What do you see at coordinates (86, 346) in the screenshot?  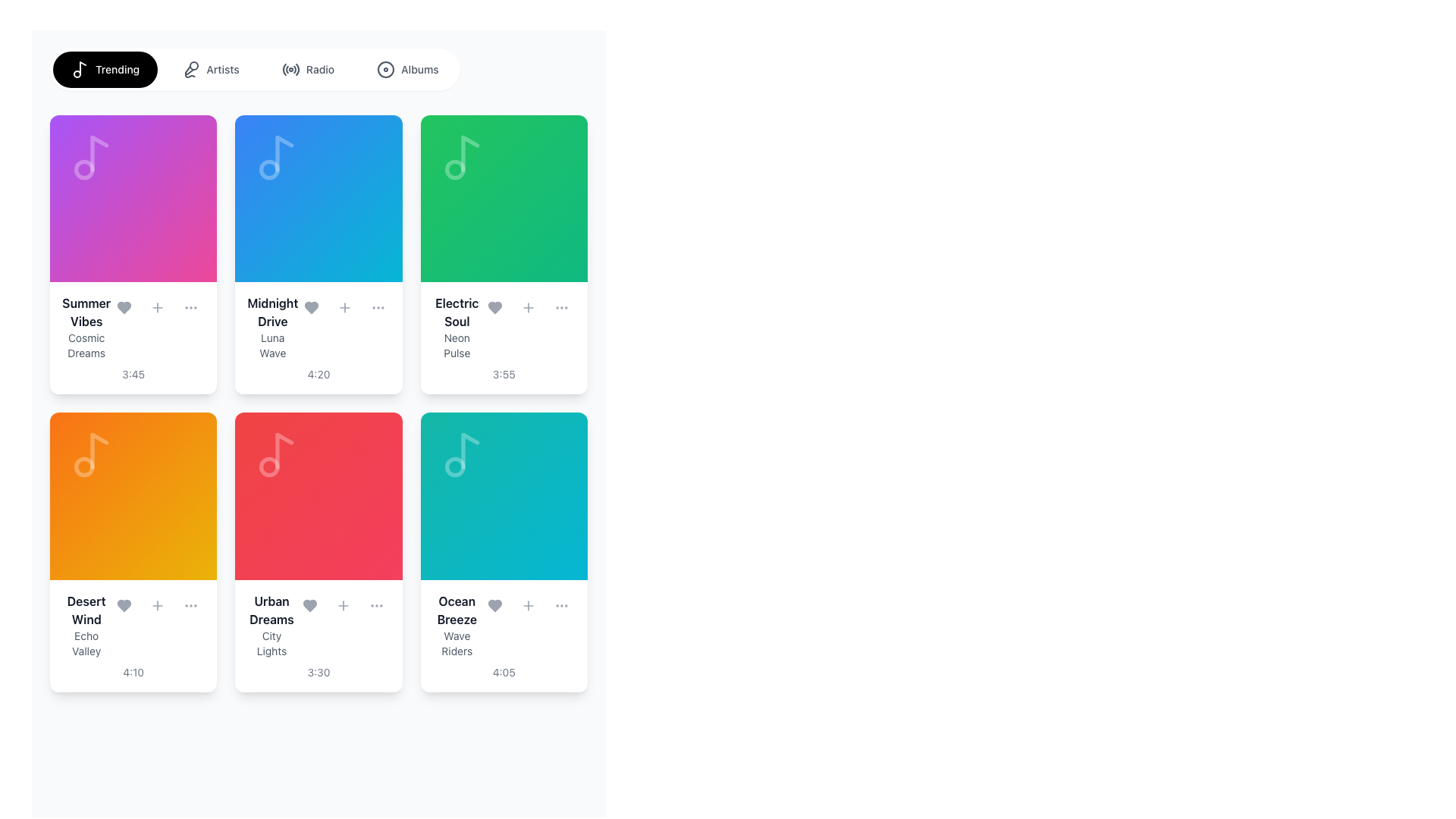 I see `text label displaying 'Cosmic Dreams', which is styled in gray and positioned below 'Summer Vibes' in the top-left card of the grid layout` at bounding box center [86, 346].